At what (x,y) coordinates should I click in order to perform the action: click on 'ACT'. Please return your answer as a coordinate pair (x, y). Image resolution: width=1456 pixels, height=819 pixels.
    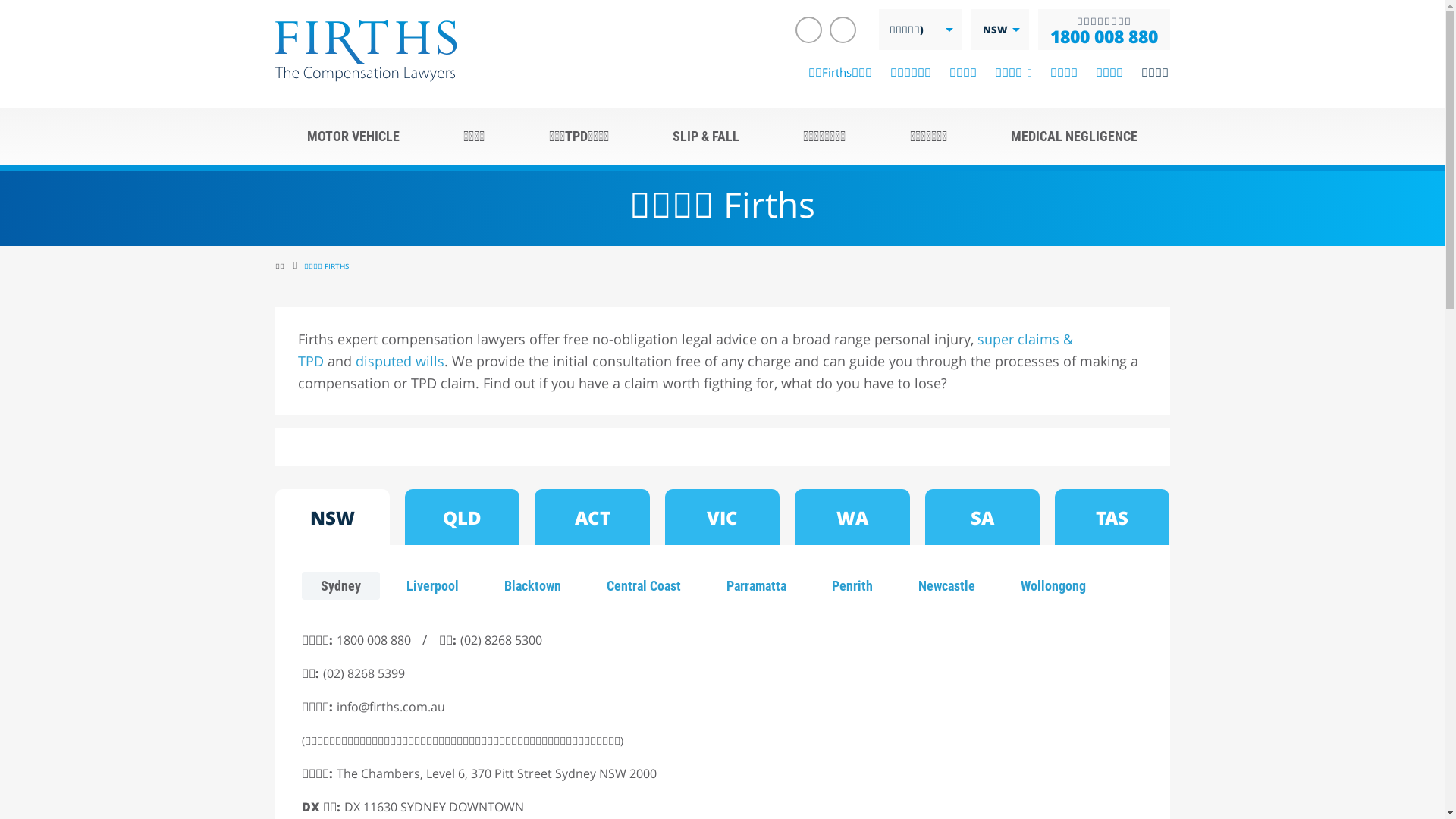
    Looking at the image, I should click on (591, 516).